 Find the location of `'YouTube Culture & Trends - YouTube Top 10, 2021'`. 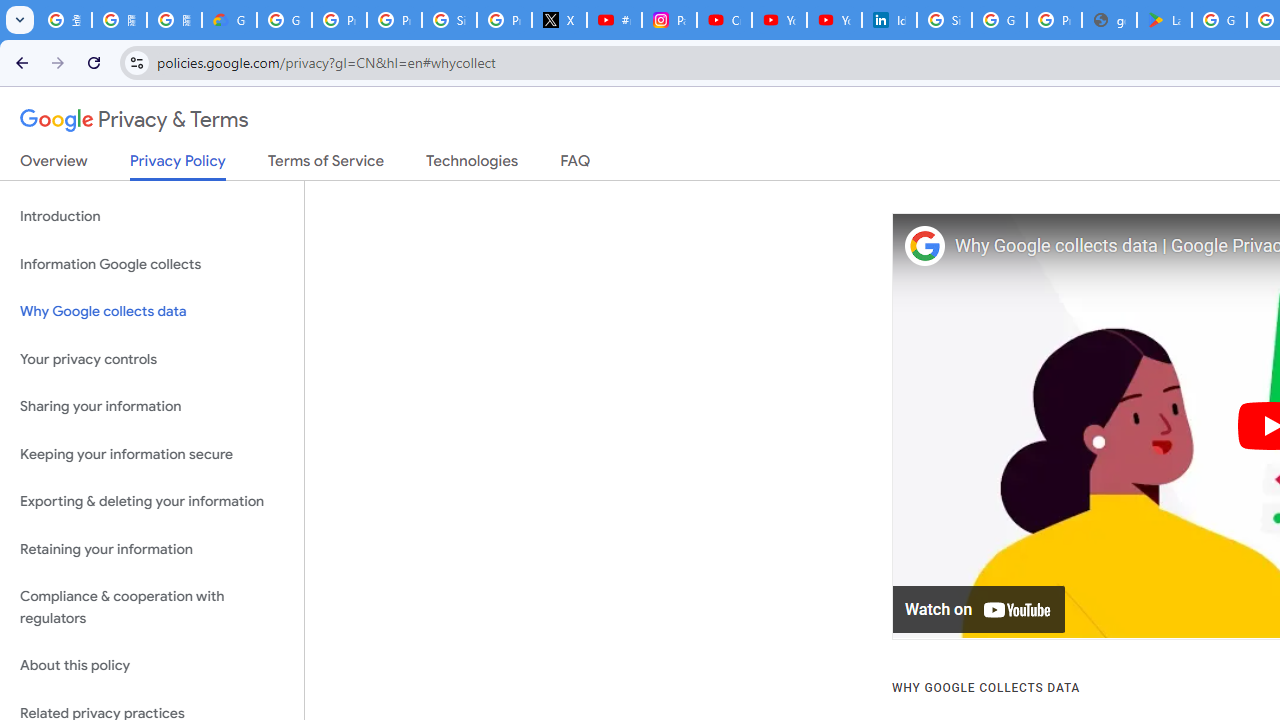

'YouTube Culture & Trends - YouTube Top 10, 2021' is located at coordinates (833, 20).